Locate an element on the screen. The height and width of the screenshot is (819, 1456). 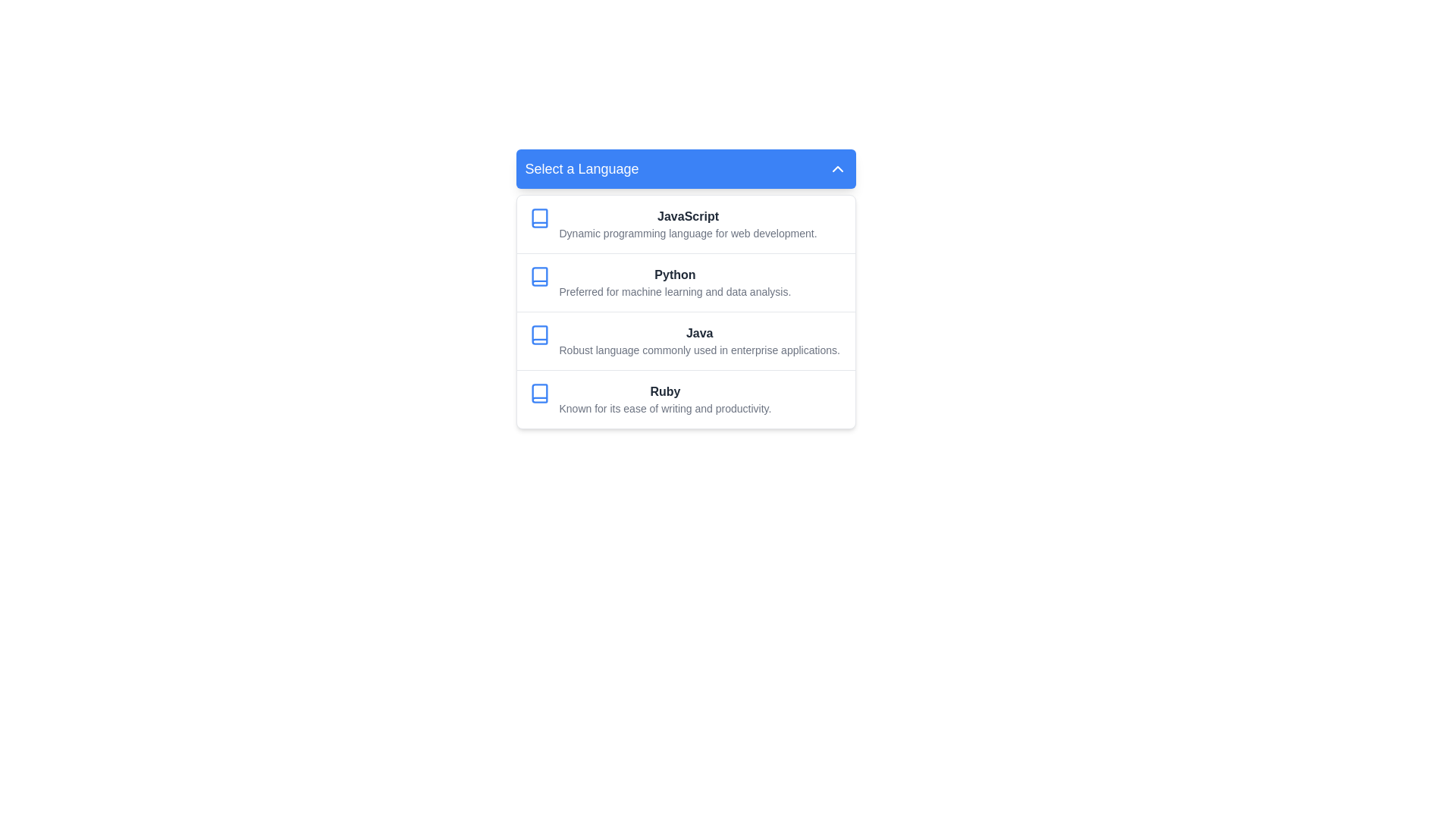
text label displaying 'Robust language commonly used in enterprise applications.' located below the title 'Java' in the vertical selection list under the header 'Select a Language.' is located at coordinates (698, 350).